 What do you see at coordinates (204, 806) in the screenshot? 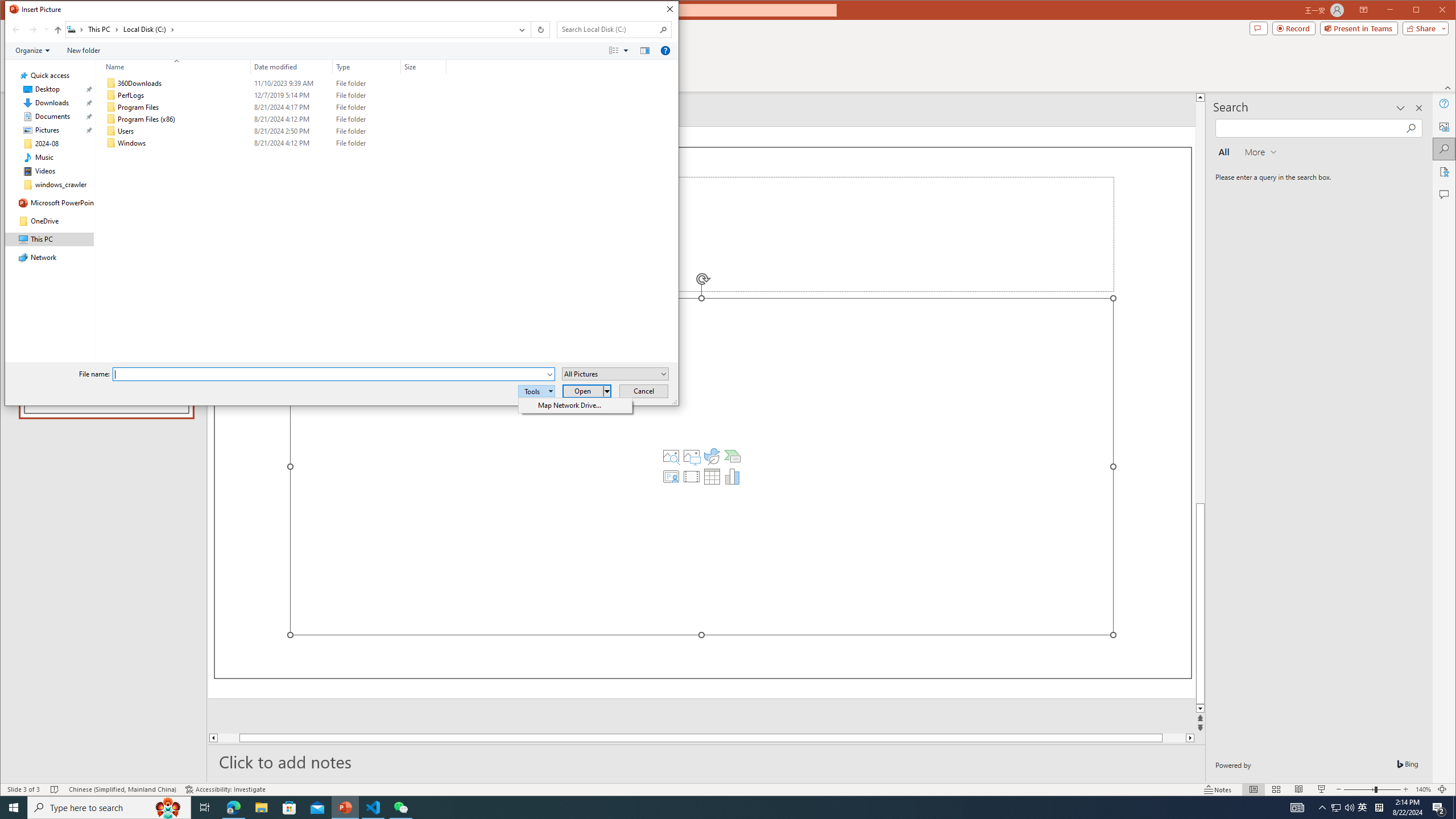
I see `'Task View'` at bounding box center [204, 806].